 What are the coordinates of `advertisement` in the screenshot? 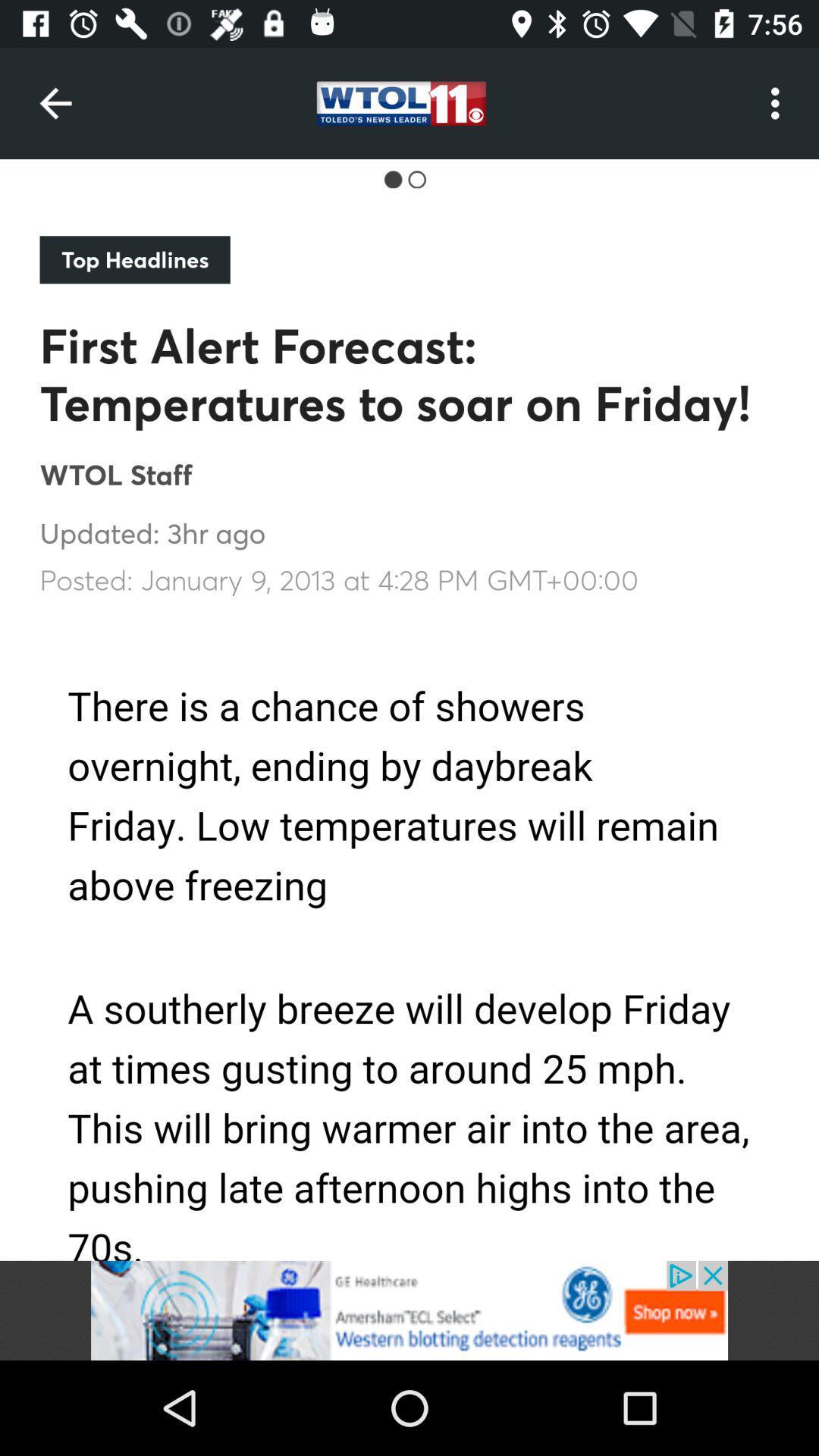 It's located at (409, 1310).